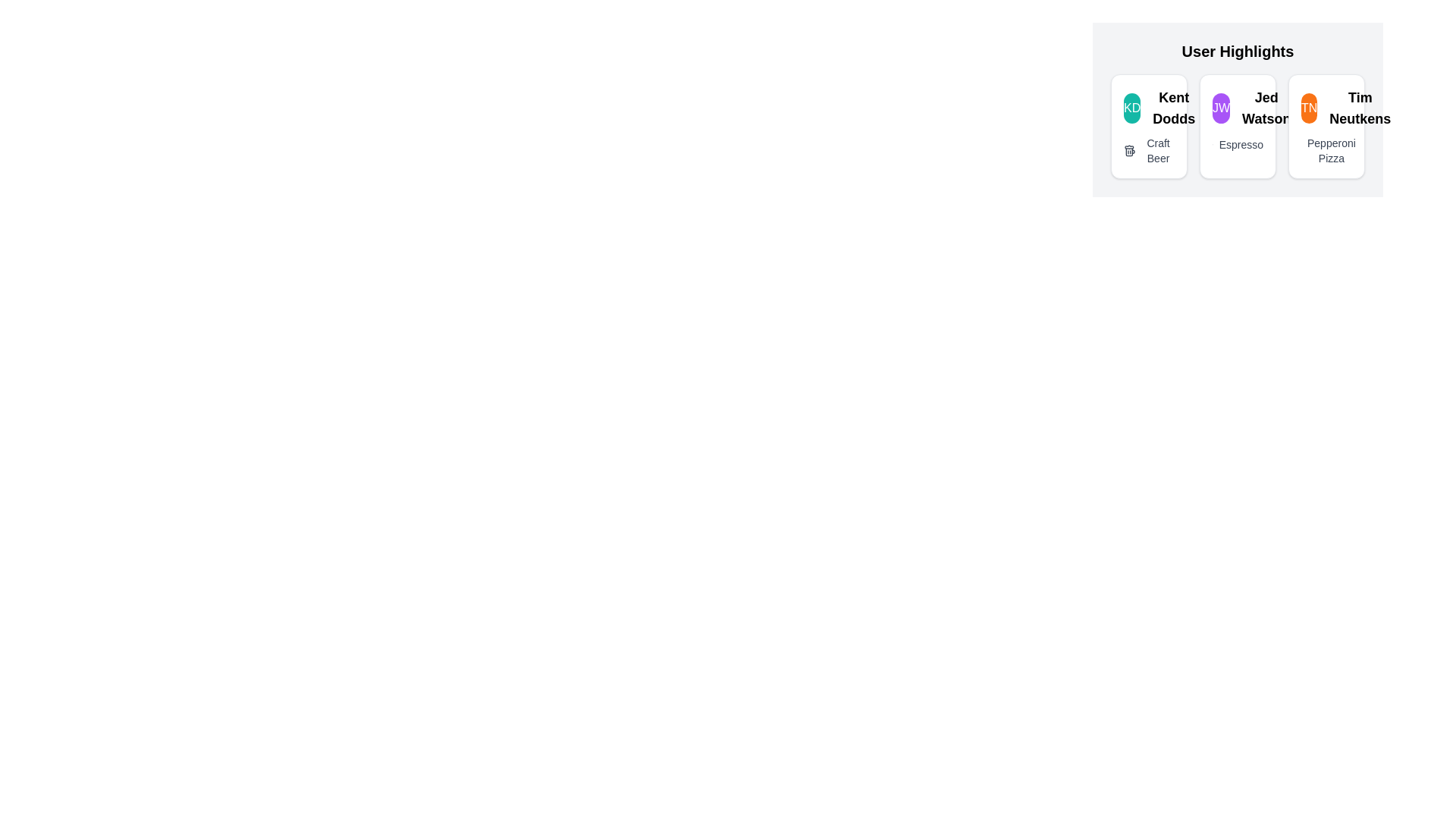 Image resolution: width=1456 pixels, height=819 pixels. What do you see at coordinates (1221, 107) in the screenshot?
I see `the circular avatar with a purple background and white text 'JW' located in the top-right section of the interface, next to the name label 'Jed Watson'` at bounding box center [1221, 107].